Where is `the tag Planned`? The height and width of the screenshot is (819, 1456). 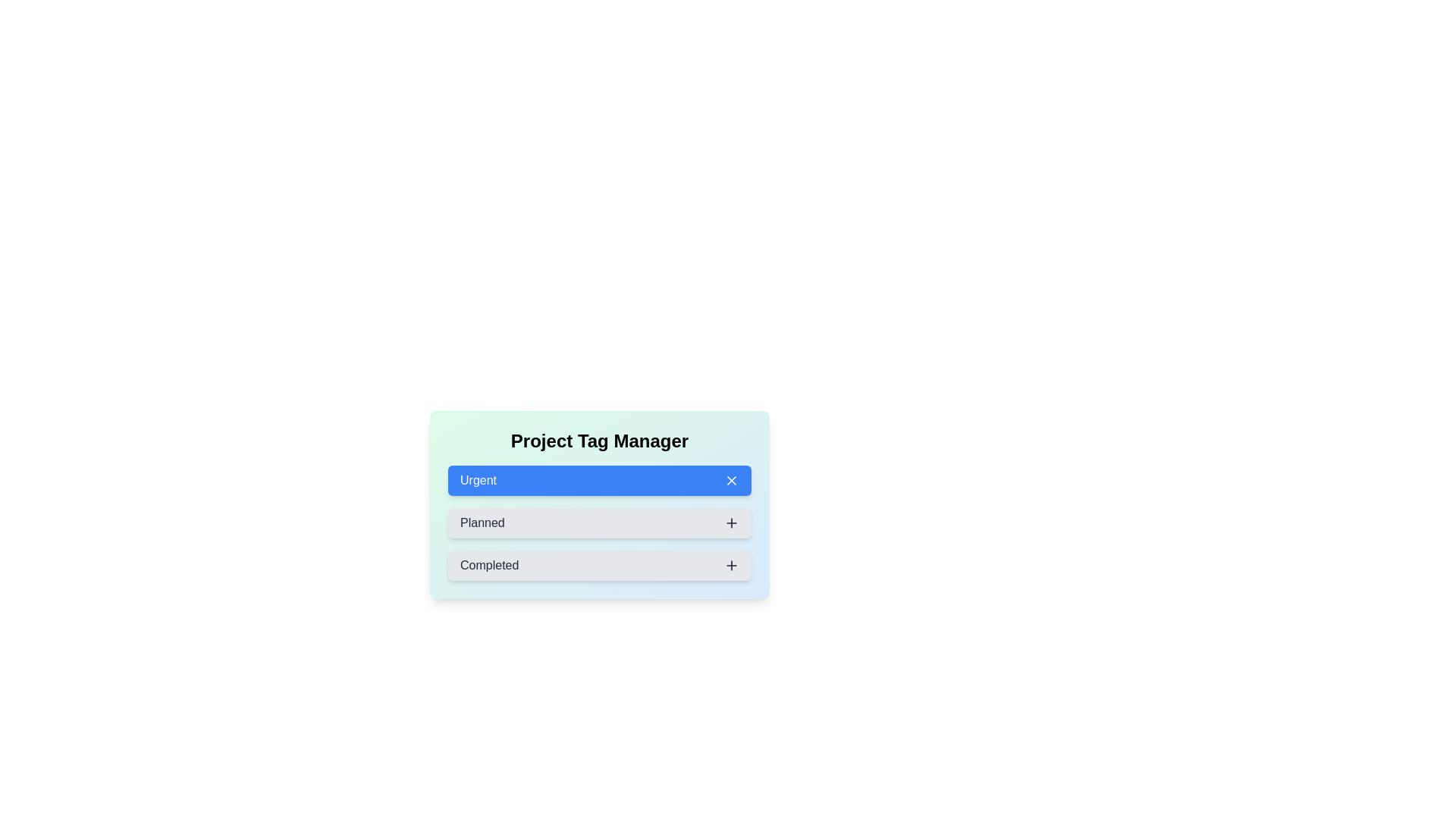
the tag Planned is located at coordinates (599, 522).